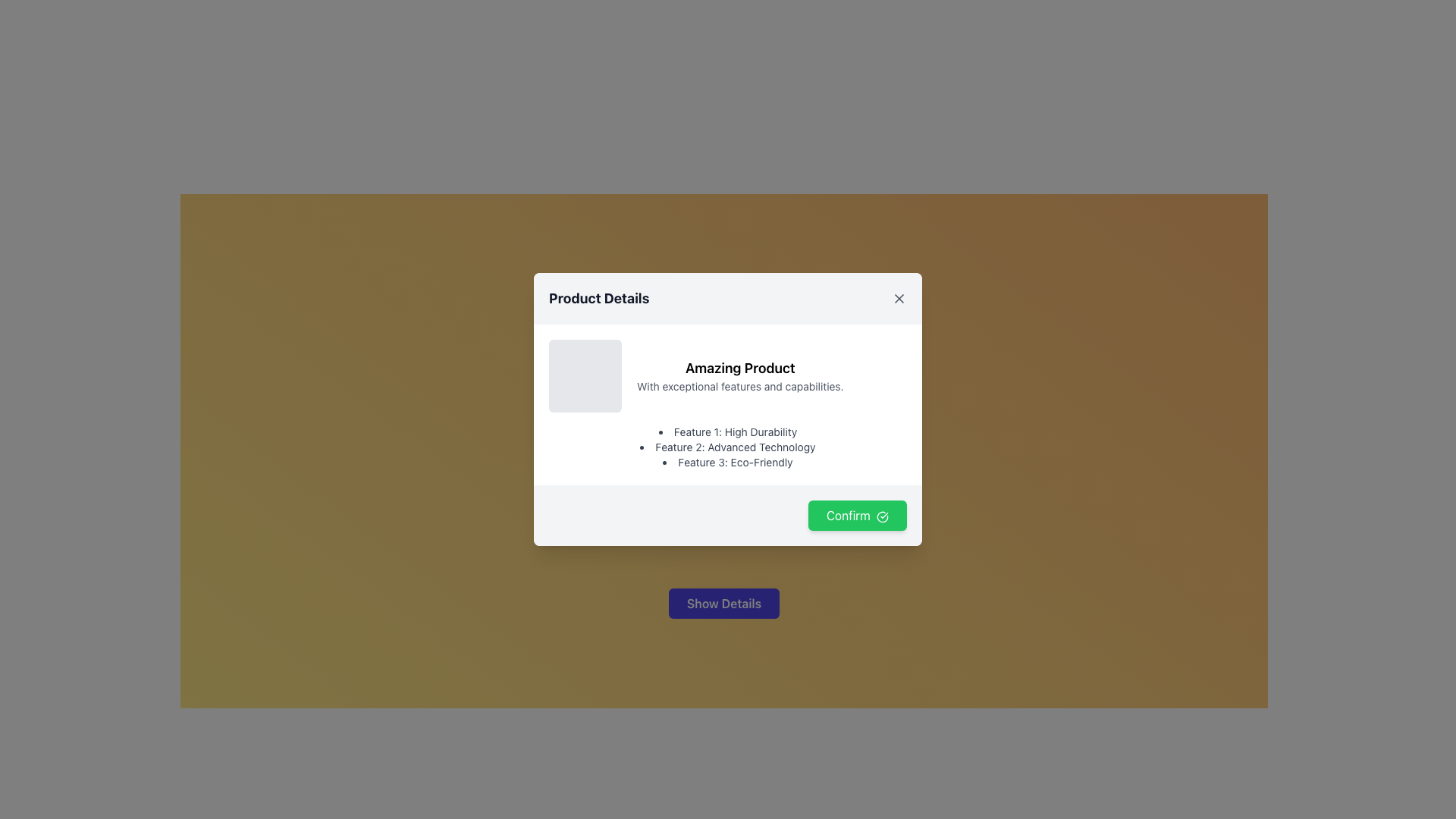  What do you see at coordinates (728, 409) in the screenshot?
I see `the 'Product Details' modal dialog box` at bounding box center [728, 409].